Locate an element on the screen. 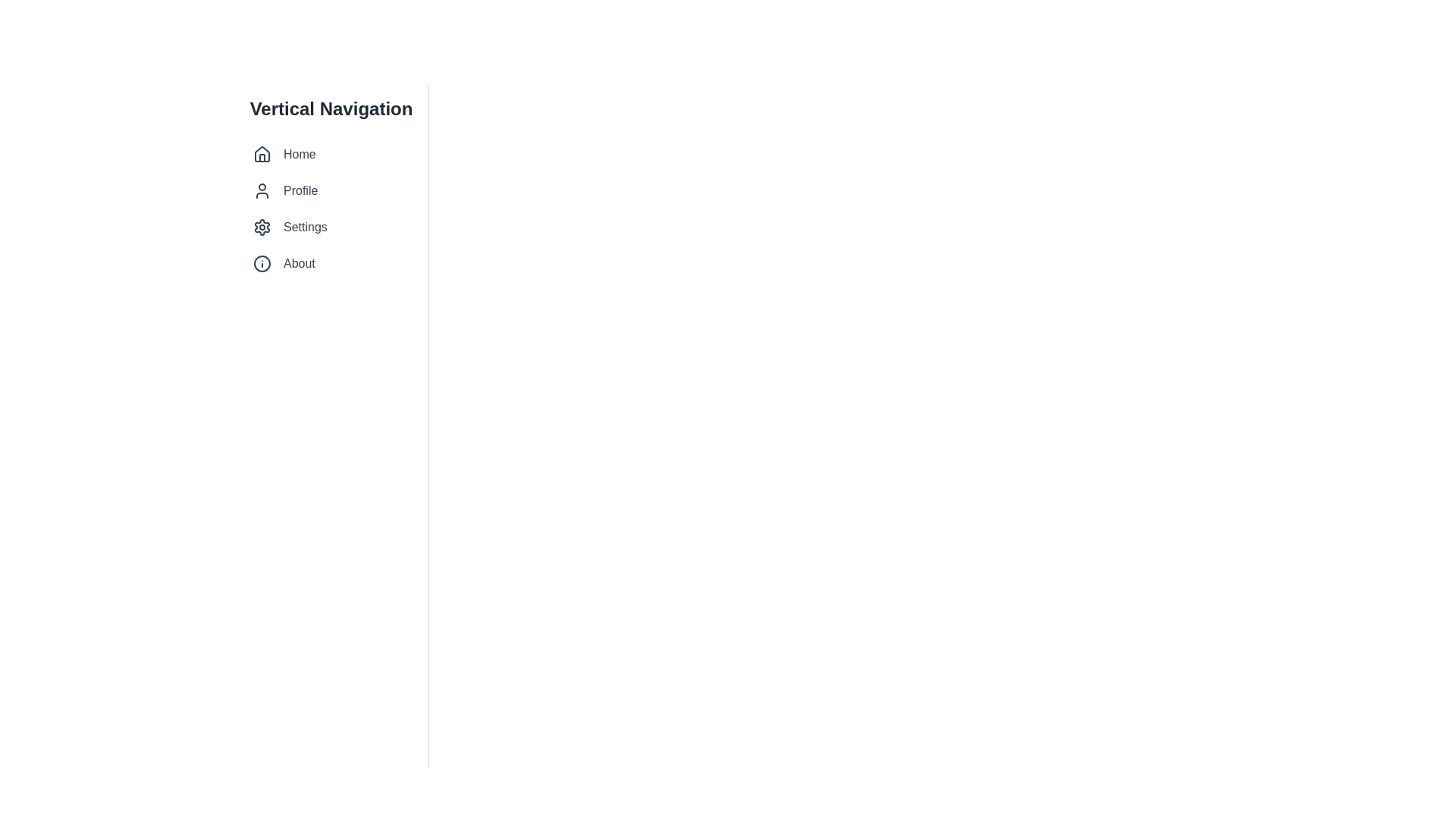  the circular information icon located in the vertical navigation bar is located at coordinates (262, 262).